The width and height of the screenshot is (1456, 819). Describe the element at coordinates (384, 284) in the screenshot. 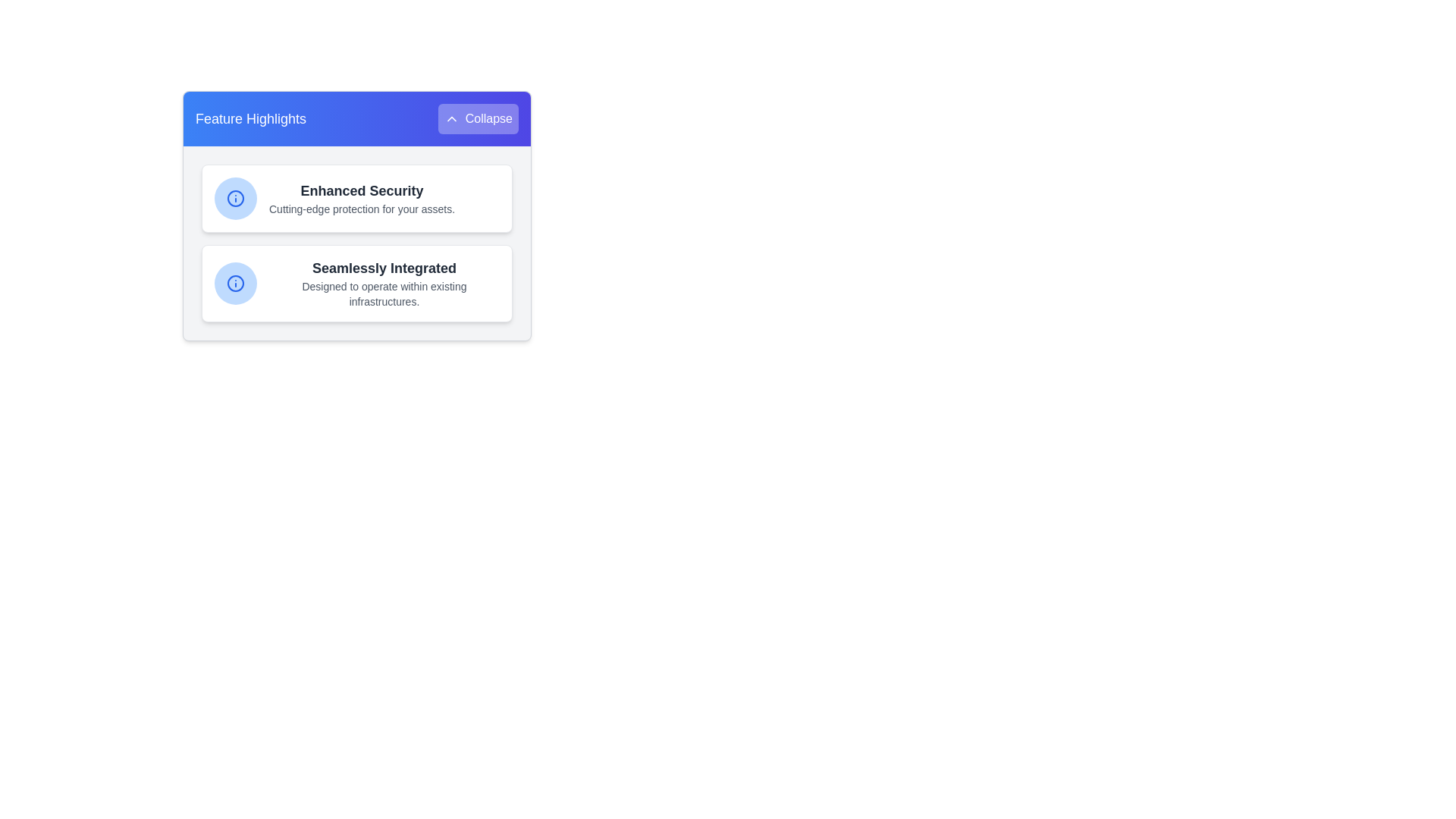

I see `the text content describing the feature 'Seamlessly Integrated' within the card component` at that location.